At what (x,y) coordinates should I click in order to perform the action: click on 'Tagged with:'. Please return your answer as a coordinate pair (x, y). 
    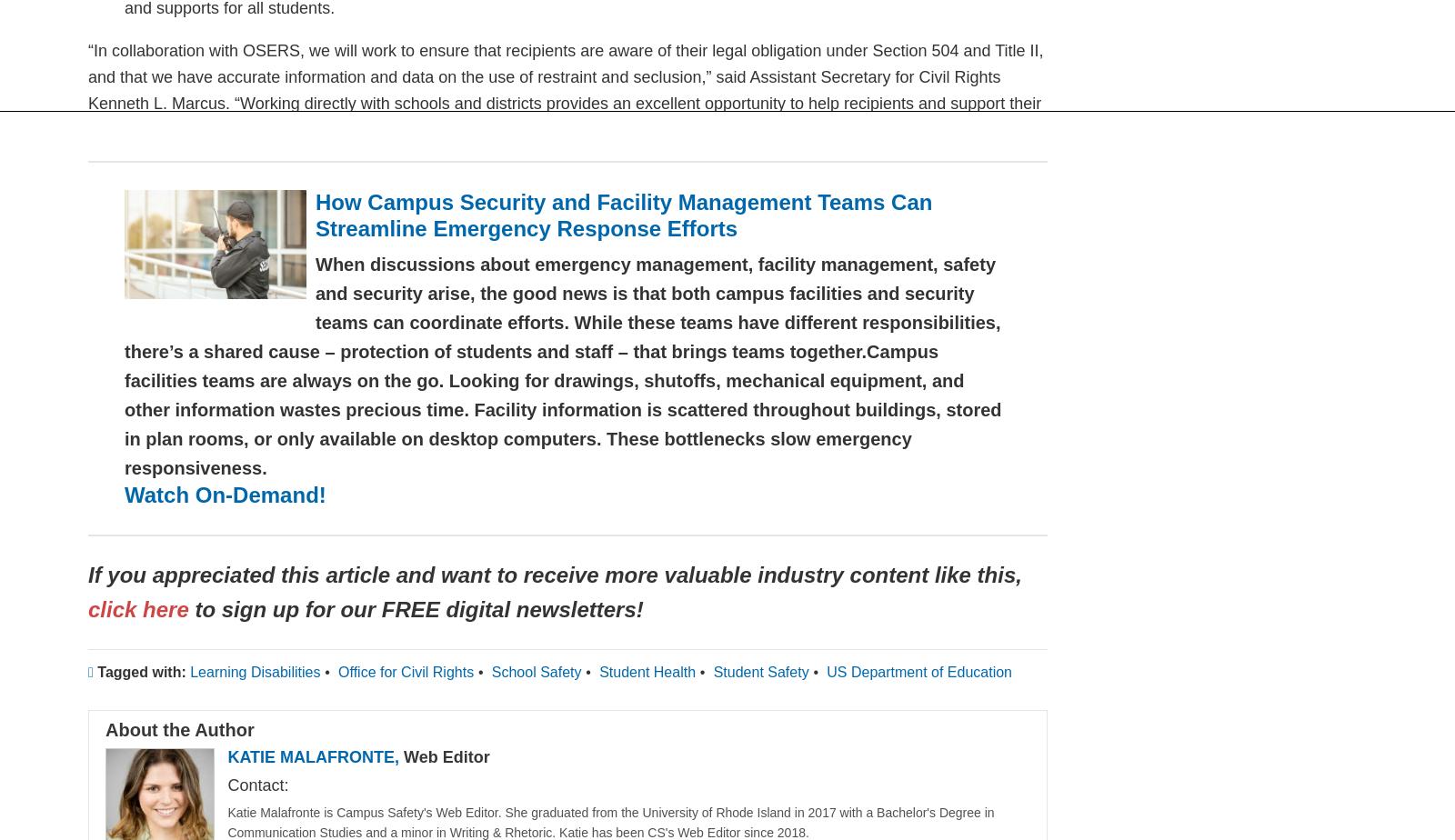
    Looking at the image, I should click on (140, 671).